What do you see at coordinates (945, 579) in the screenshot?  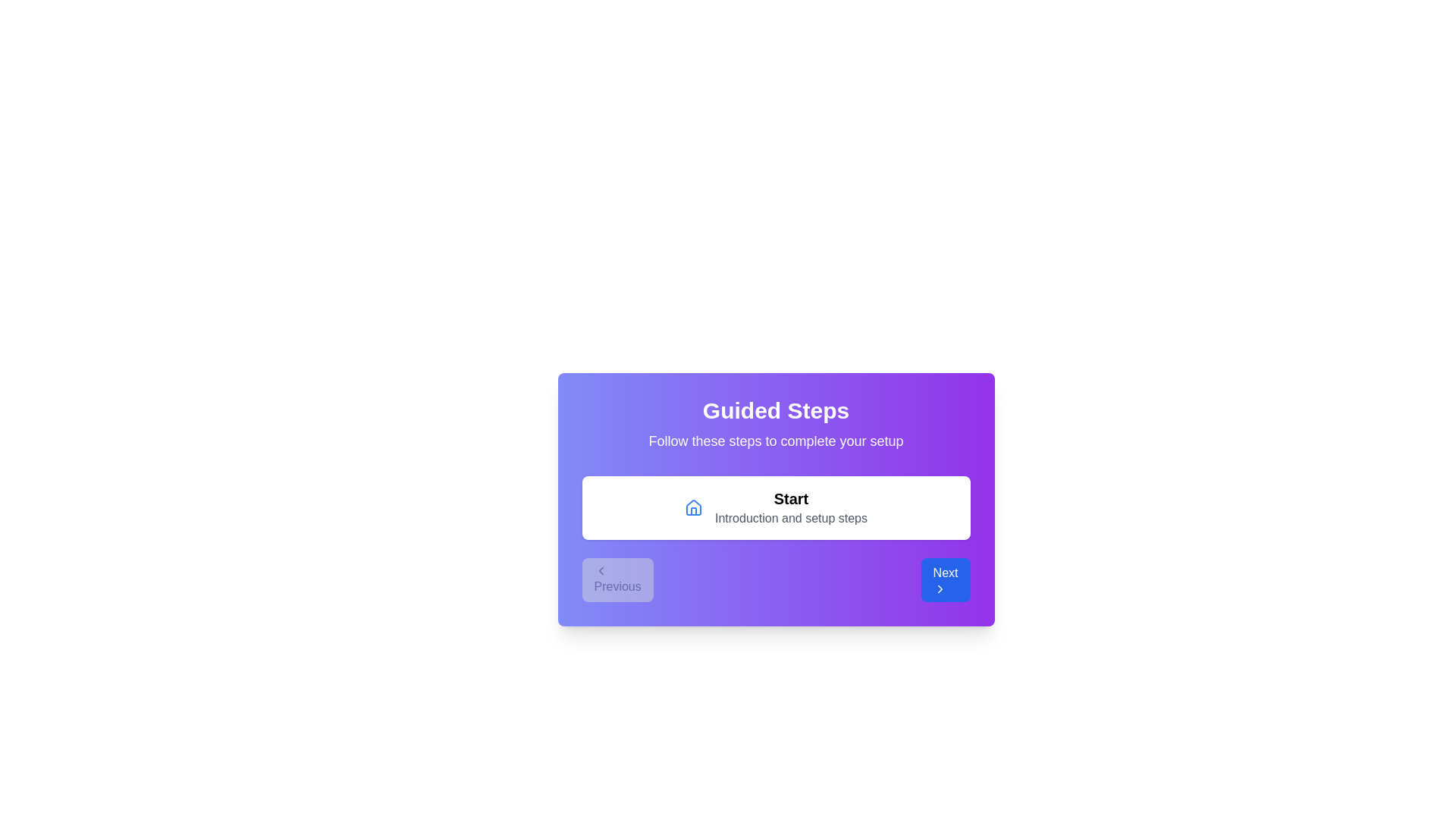 I see `the rectangular button with a blue background labeled 'Next', which contains a white right-facing arrow icon, to observe its hover effects` at bounding box center [945, 579].